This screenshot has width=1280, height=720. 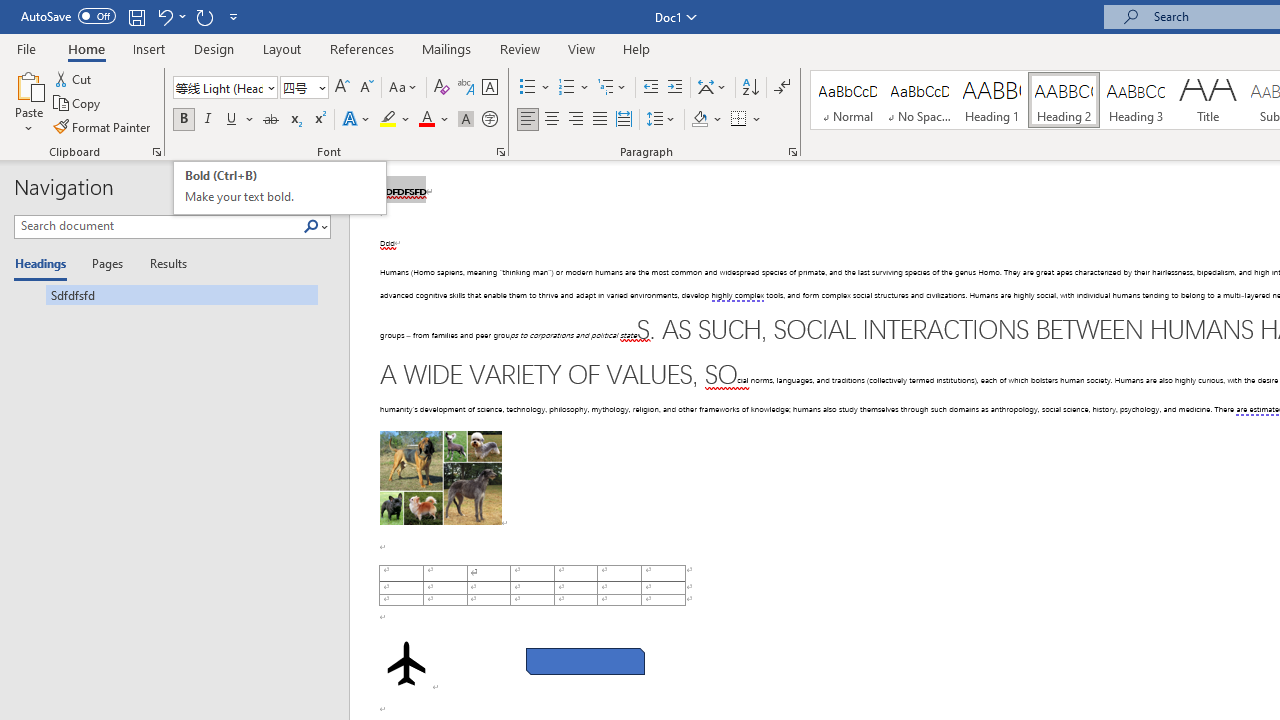 What do you see at coordinates (148, 48) in the screenshot?
I see `'Insert'` at bounding box center [148, 48].